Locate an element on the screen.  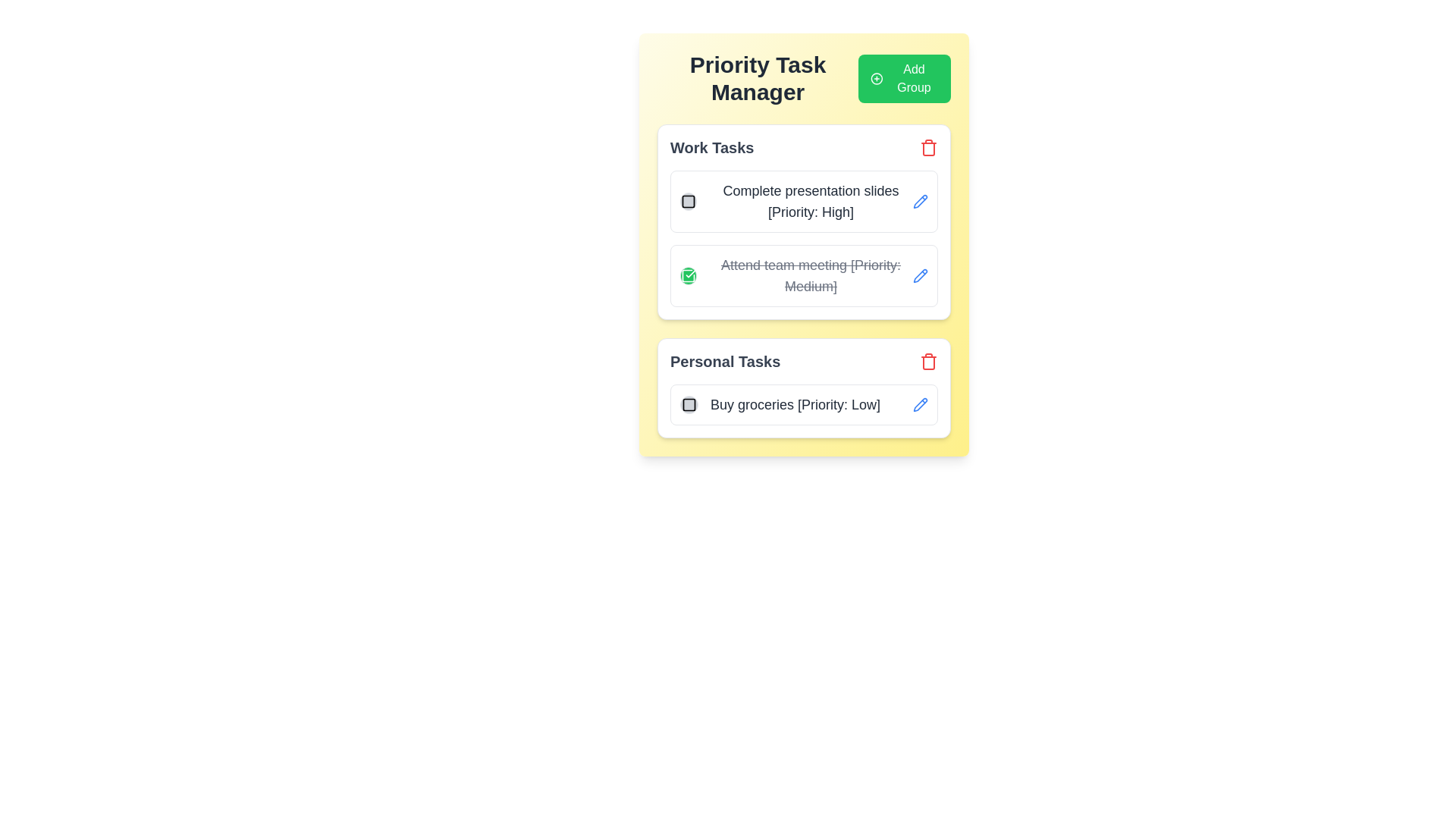
the second task item in the 'Work Tasks' section, which has strikethrough text indicating completion and a green checkbox is located at coordinates (795, 275).